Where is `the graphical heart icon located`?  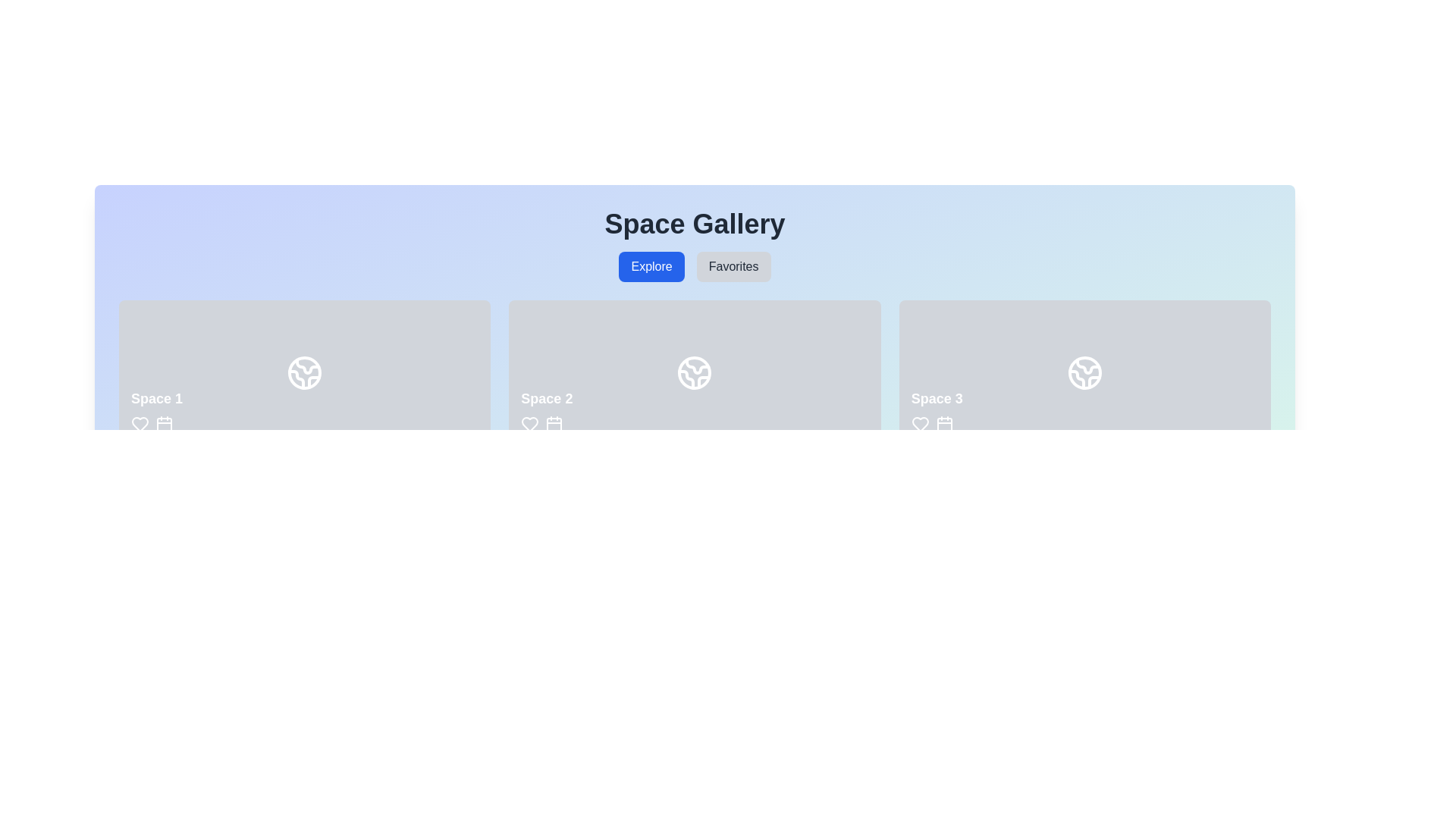
the graphical heart icon located is located at coordinates (530, 424).